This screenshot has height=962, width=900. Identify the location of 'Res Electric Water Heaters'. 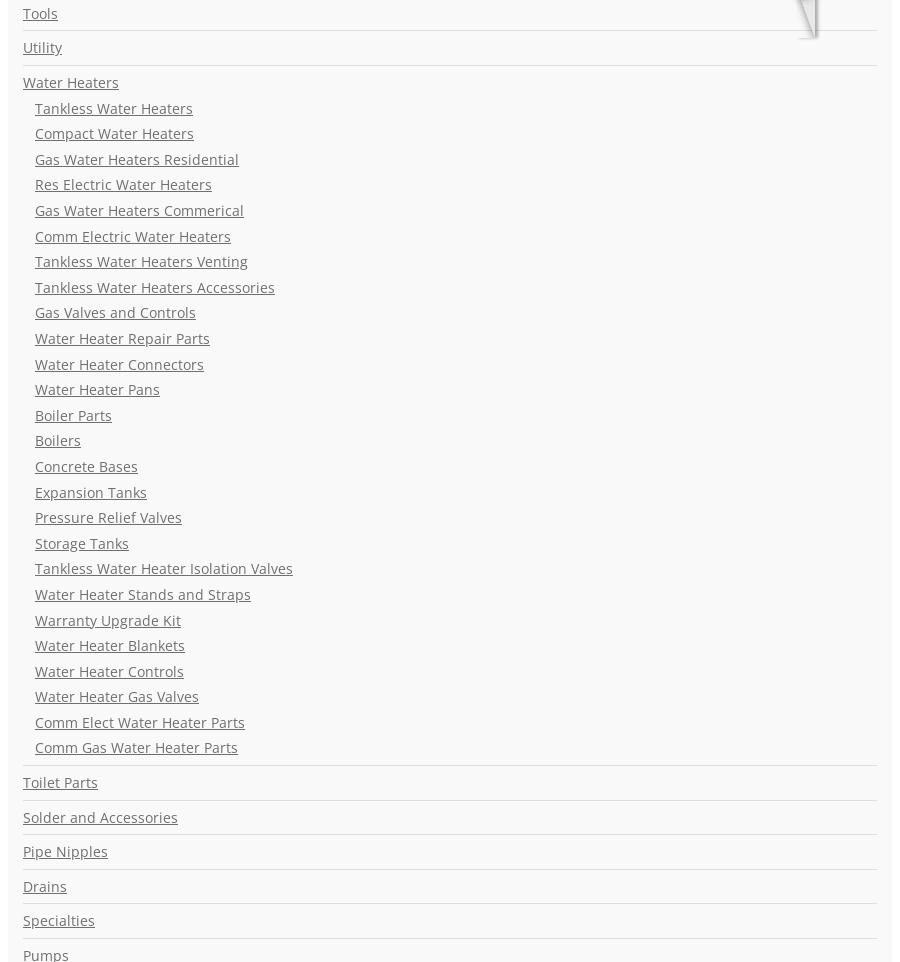
(123, 184).